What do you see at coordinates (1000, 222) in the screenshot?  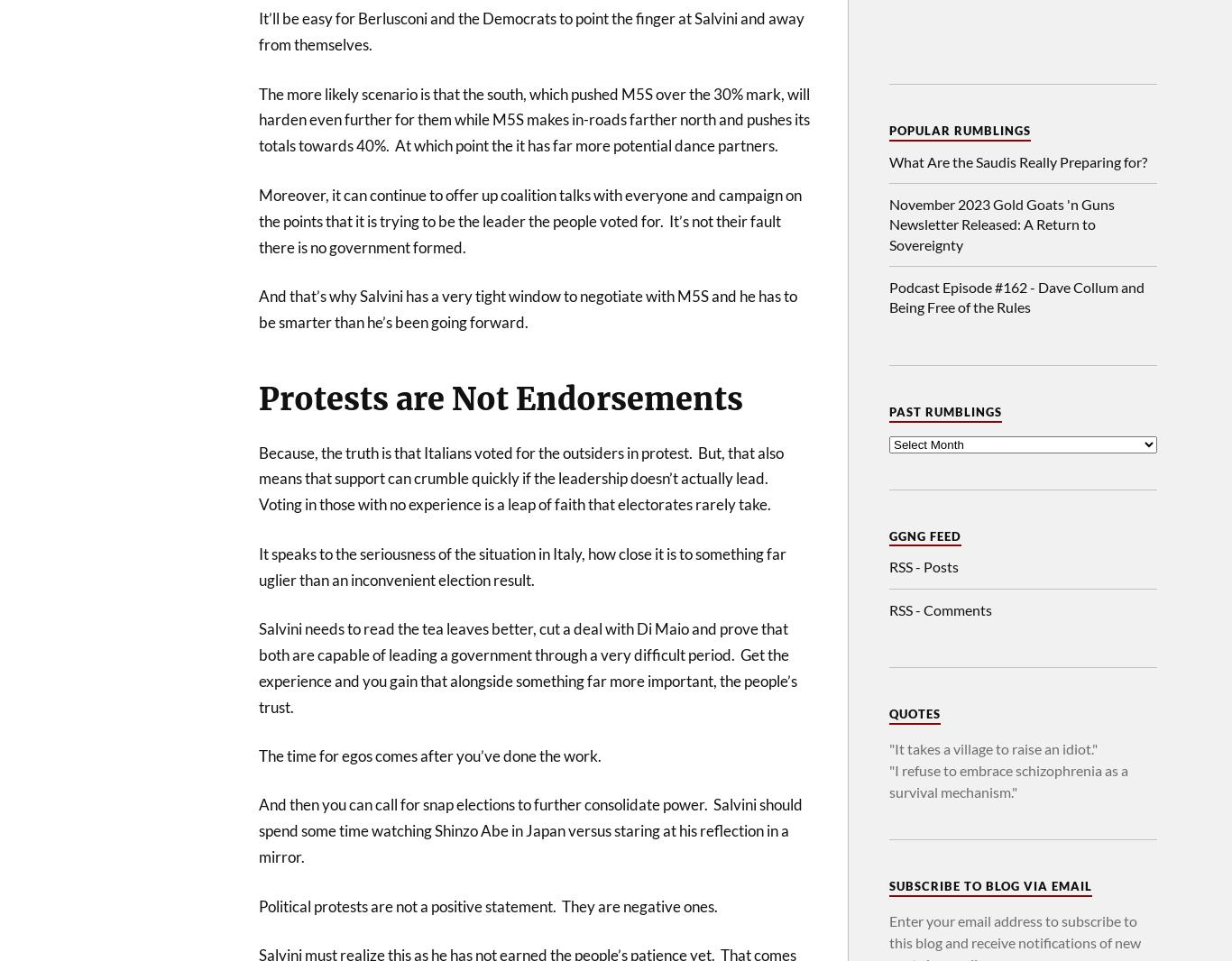 I see `'November 2023 Gold Goats 'n Guns Newsletter Released: A Return to Sovereignty'` at bounding box center [1000, 222].